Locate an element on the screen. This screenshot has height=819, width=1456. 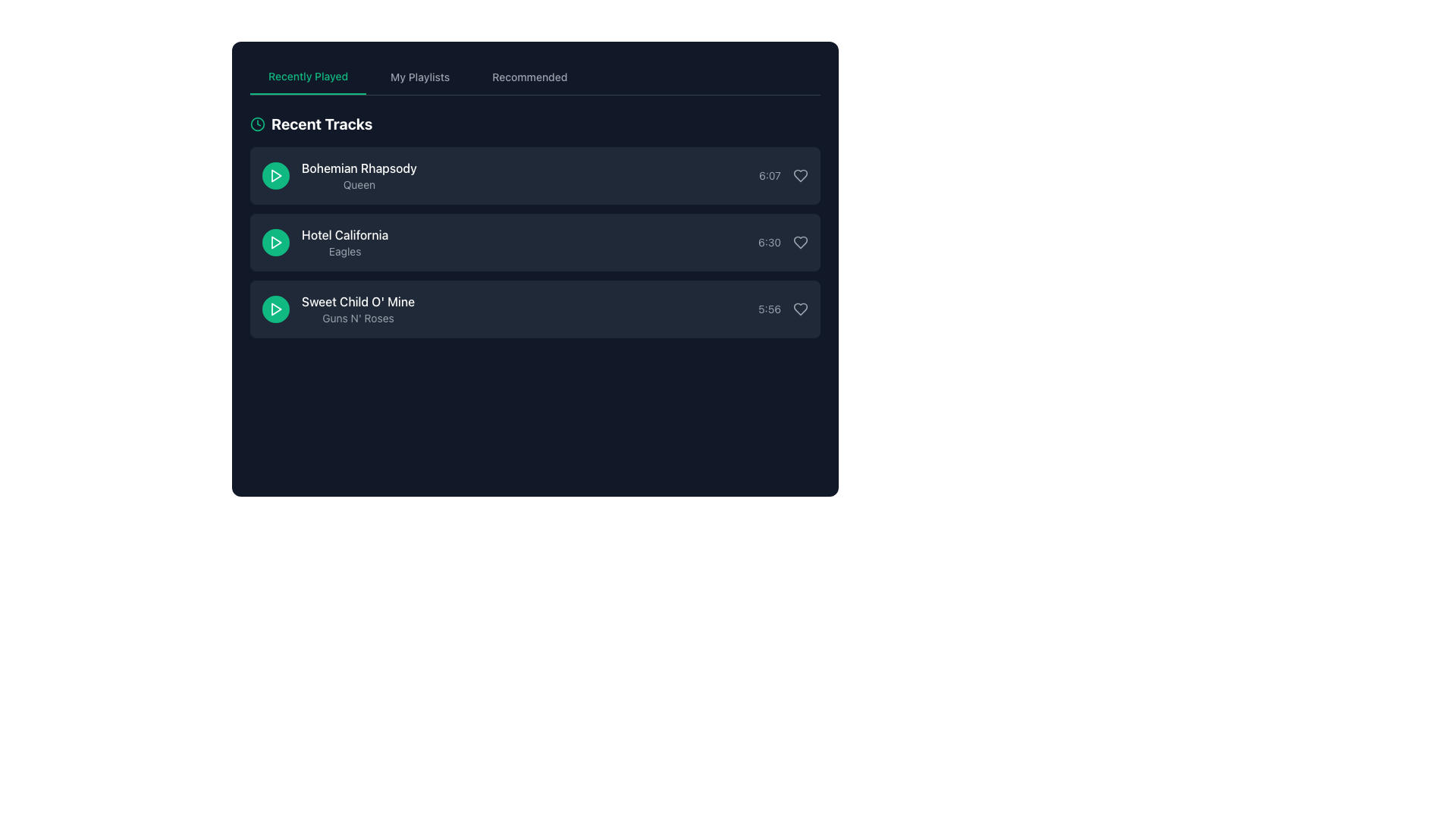
and drag the interactive list item representing the track 'Hotel California' by 'Eagles' to reorder it in the 'Recent Tracks' section is located at coordinates (535, 242).